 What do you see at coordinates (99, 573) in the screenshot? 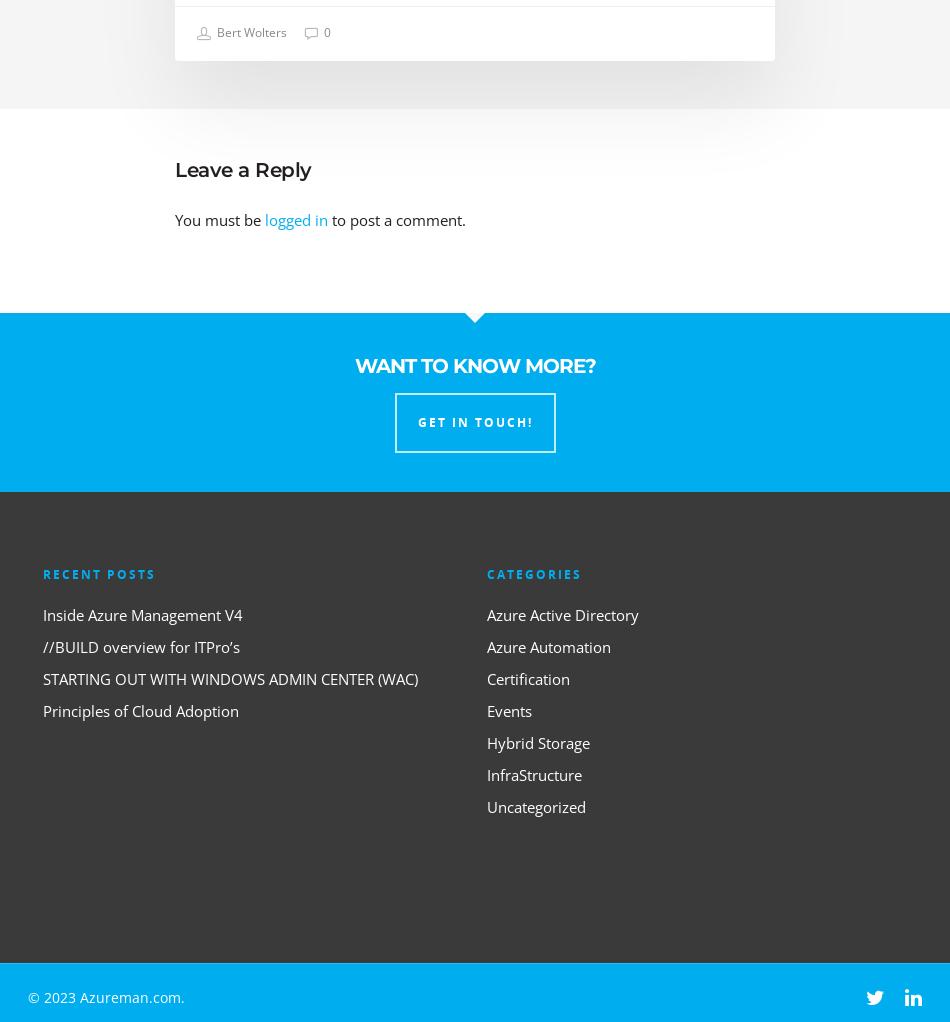
I see `'Recent Posts'` at bounding box center [99, 573].